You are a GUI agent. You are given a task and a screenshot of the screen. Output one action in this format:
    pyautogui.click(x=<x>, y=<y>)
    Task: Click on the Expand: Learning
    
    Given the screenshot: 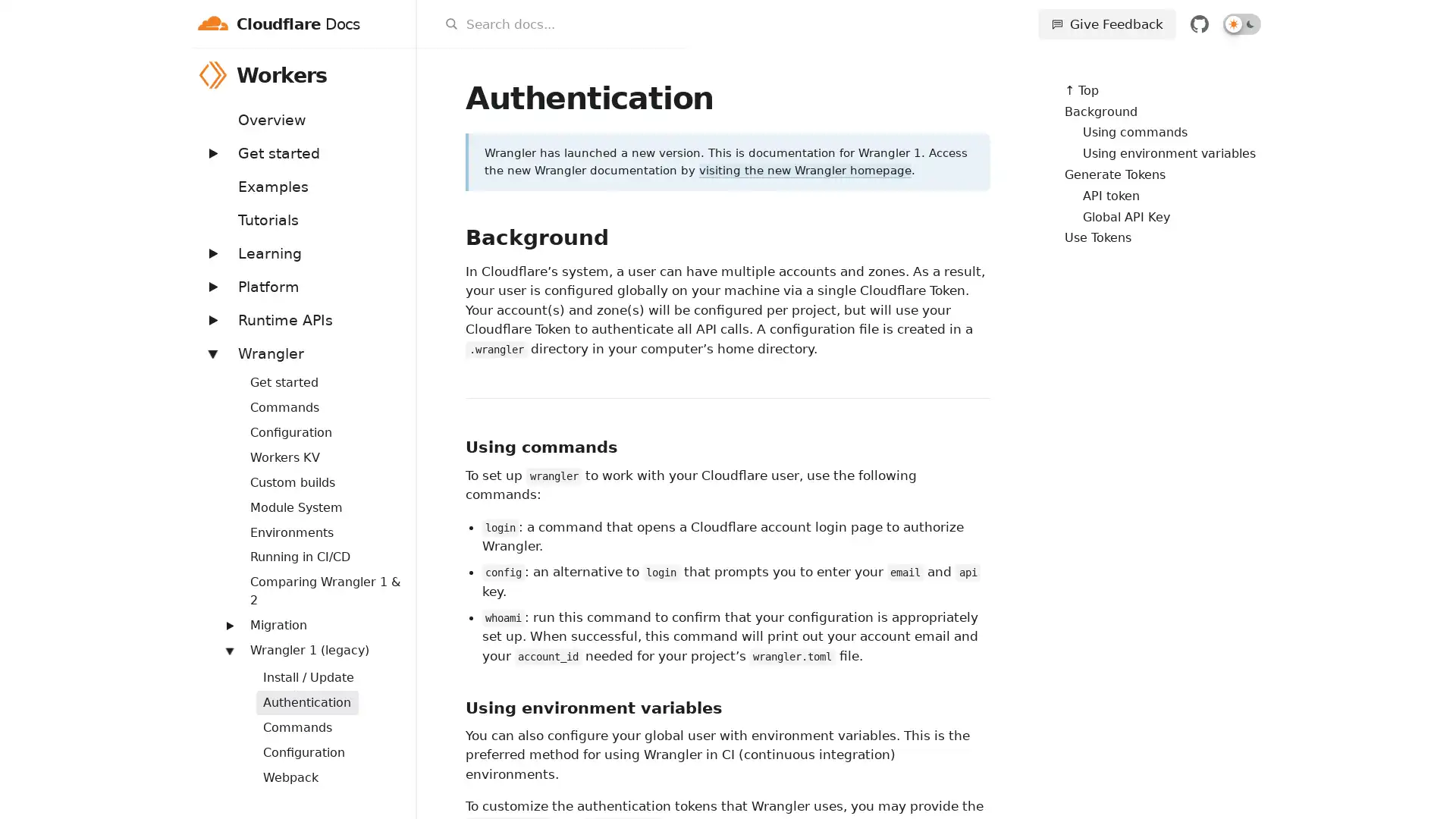 What is the action you would take?
    pyautogui.click(x=211, y=252)
    